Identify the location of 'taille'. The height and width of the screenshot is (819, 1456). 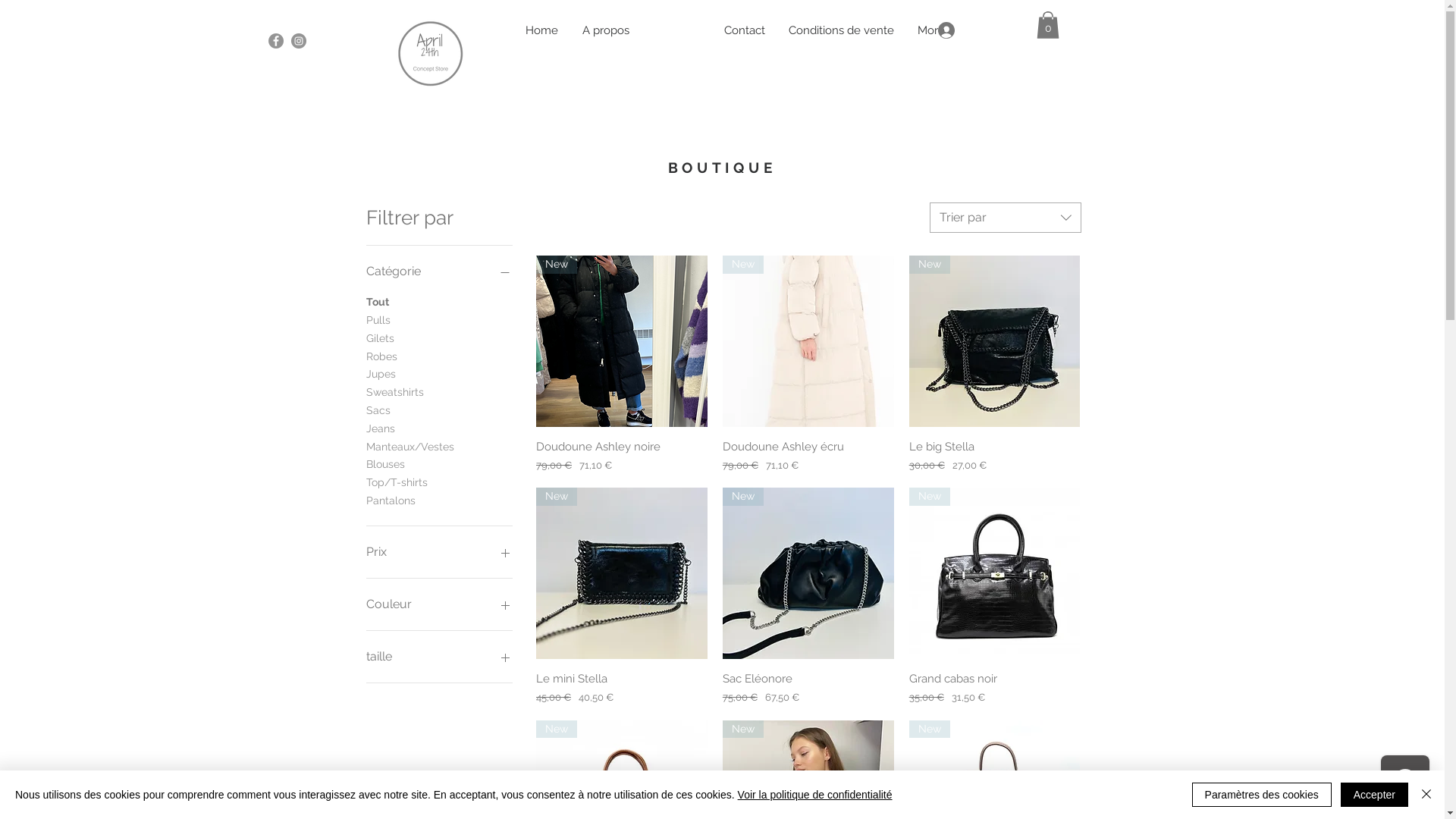
(438, 656).